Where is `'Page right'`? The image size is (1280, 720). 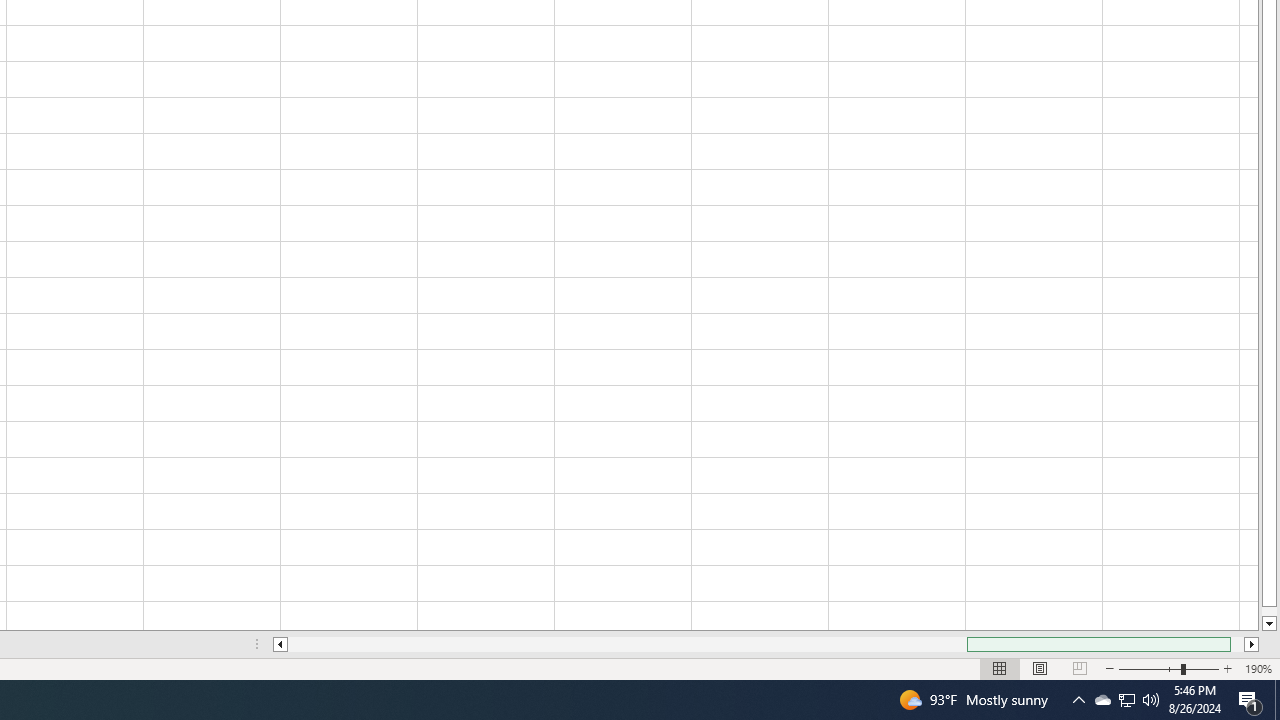 'Page right' is located at coordinates (1236, 644).